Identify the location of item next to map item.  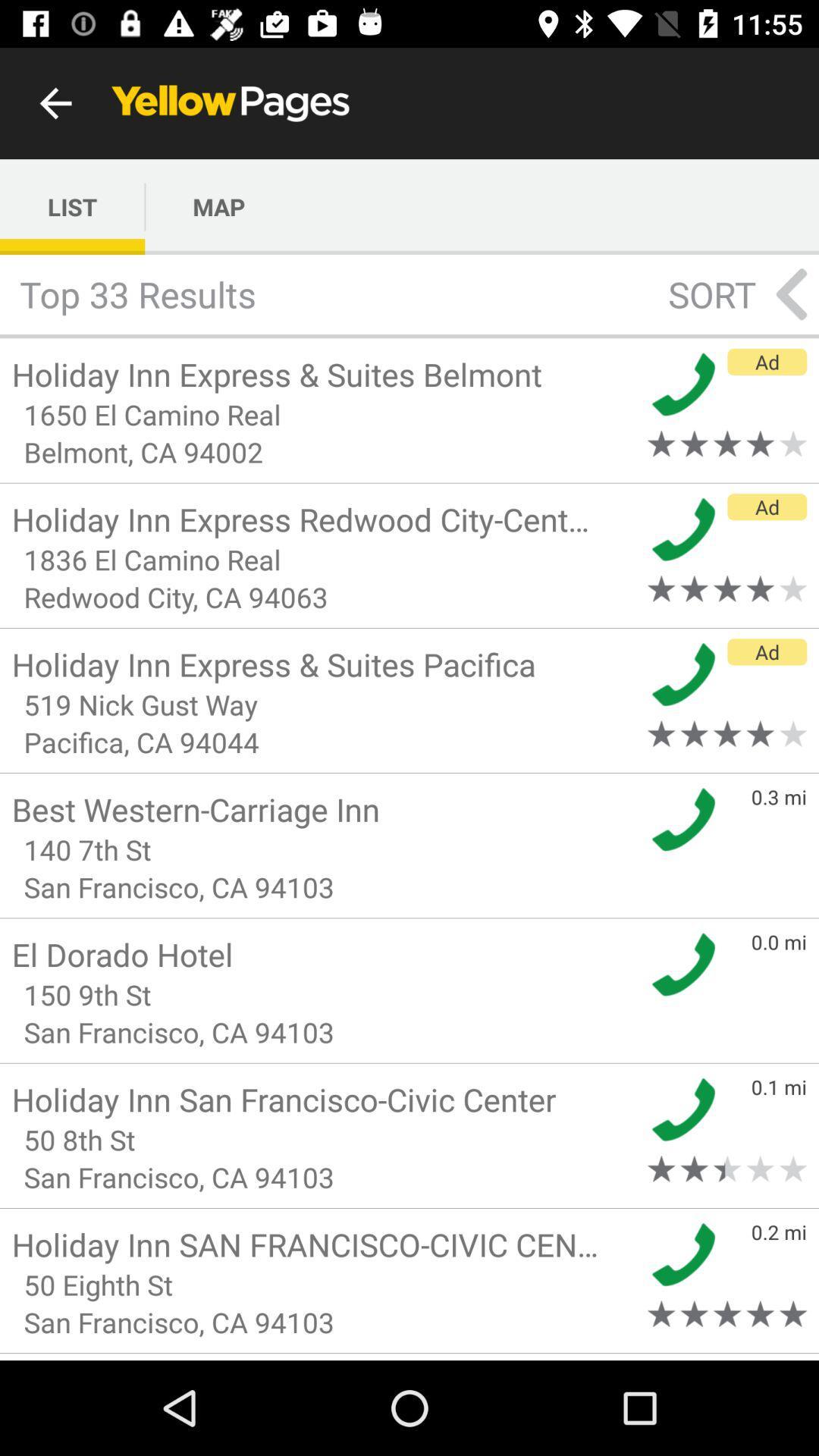
(72, 206).